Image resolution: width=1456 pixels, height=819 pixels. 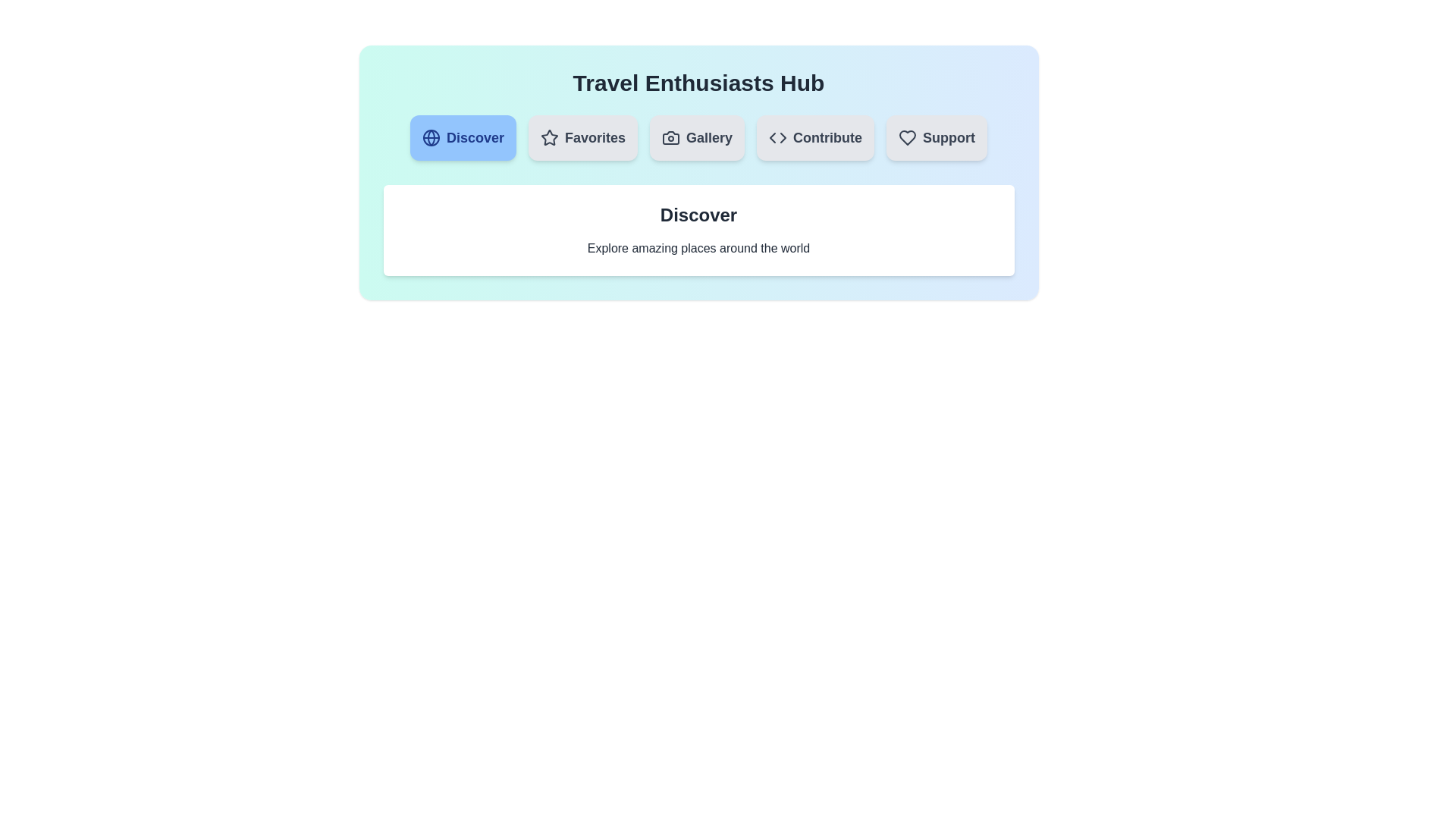 What do you see at coordinates (548, 137) in the screenshot?
I see `the star icon with a hollow outline located near the 'Favorites' button in the navigation menu` at bounding box center [548, 137].